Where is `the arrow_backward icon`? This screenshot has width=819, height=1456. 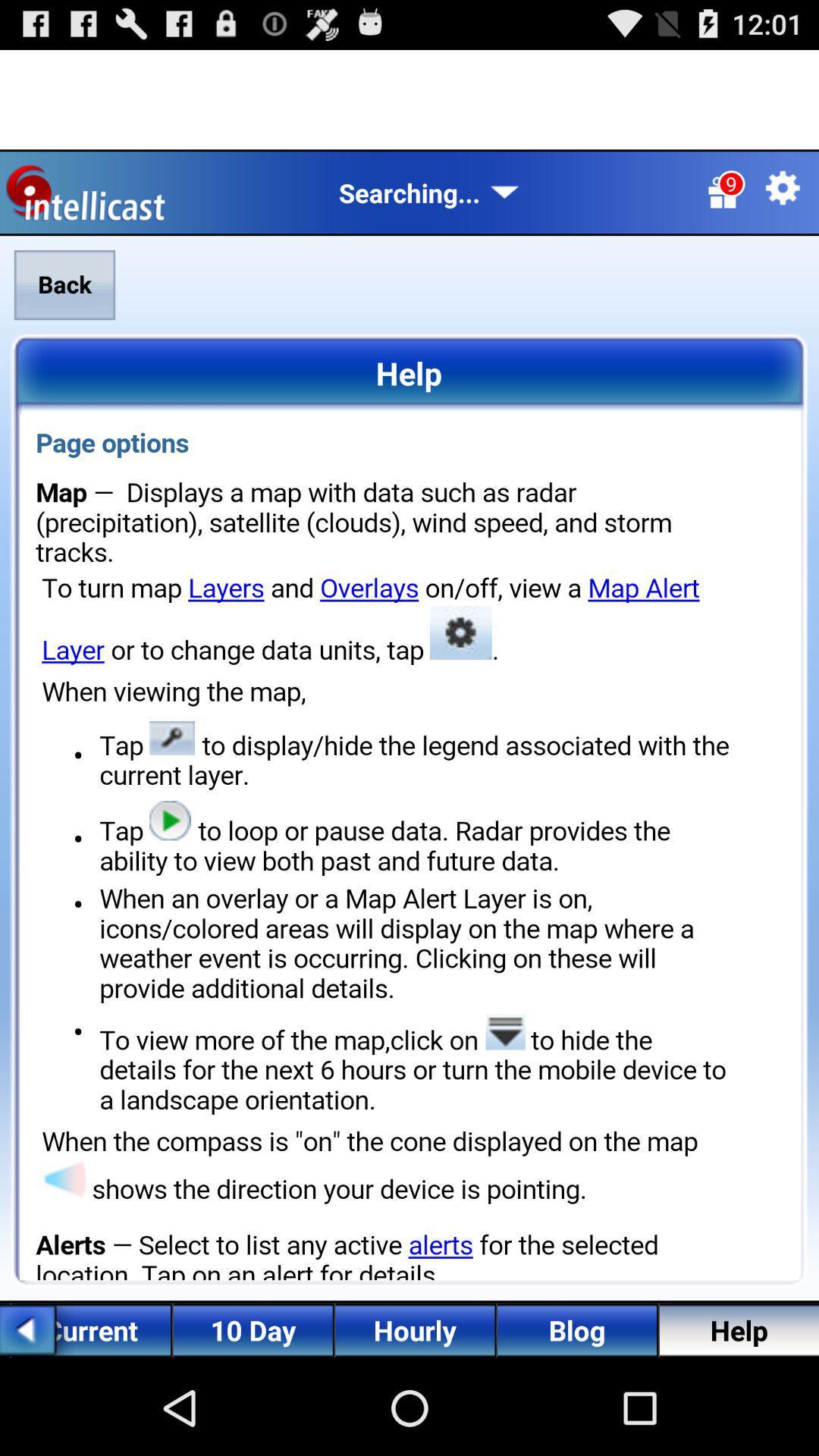
the arrow_backward icon is located at coordinates (36, 1423).